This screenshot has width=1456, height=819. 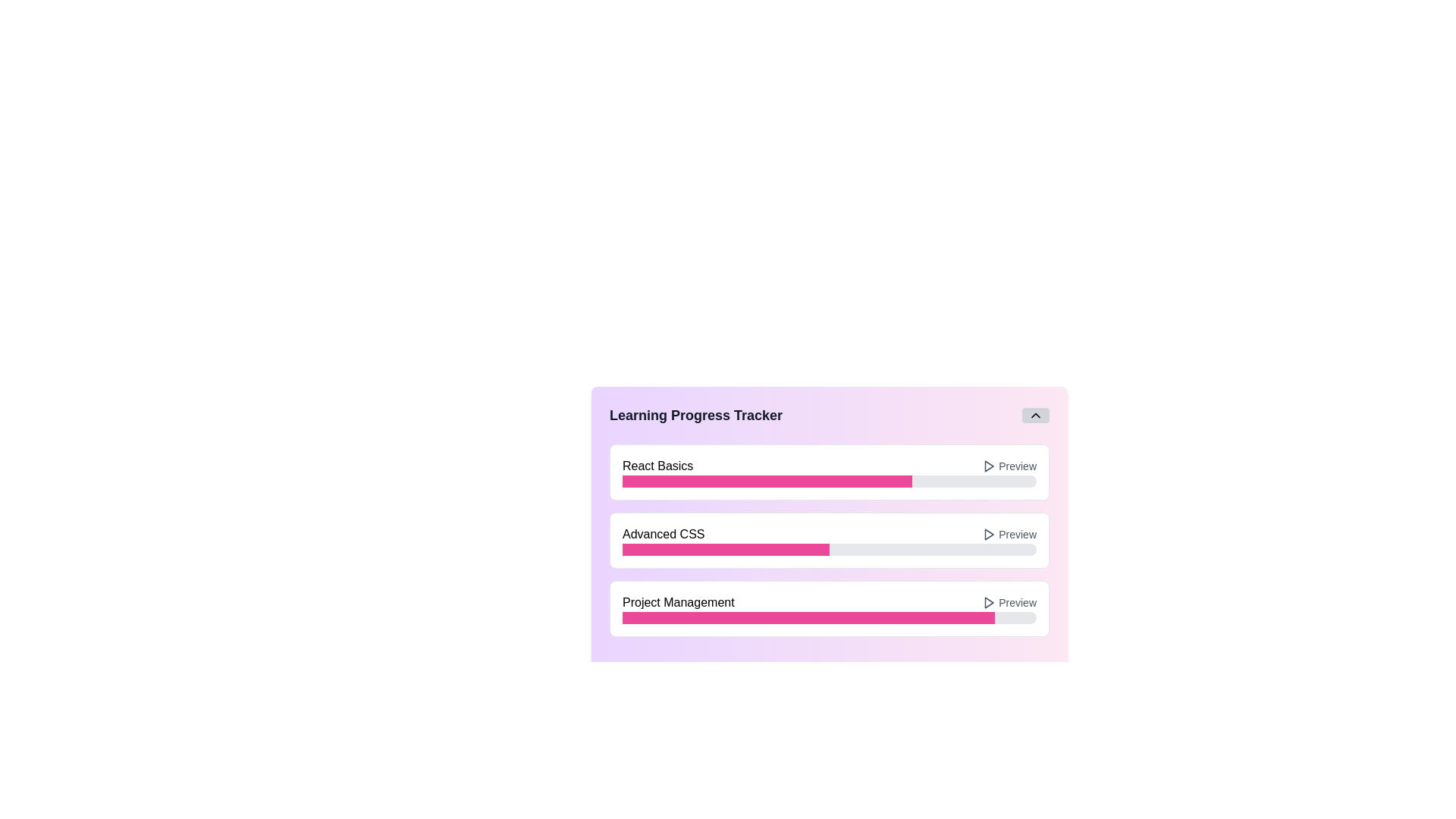 What do you see at coordinates (1009, 534) in the screenshot?
I see `the button for previewing content related to the 'Advanced CSS' topic located in the 'Learning Progress Tracker' section` at bounding box center [1009, 534].